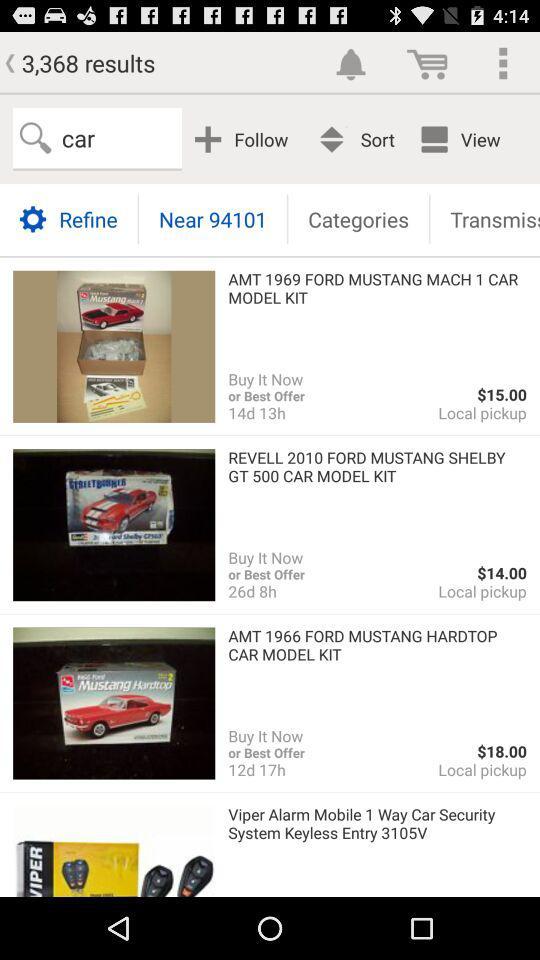  Describe the element at coordinates (211, 218) in the screenshot. I see `near 94101` at that location.